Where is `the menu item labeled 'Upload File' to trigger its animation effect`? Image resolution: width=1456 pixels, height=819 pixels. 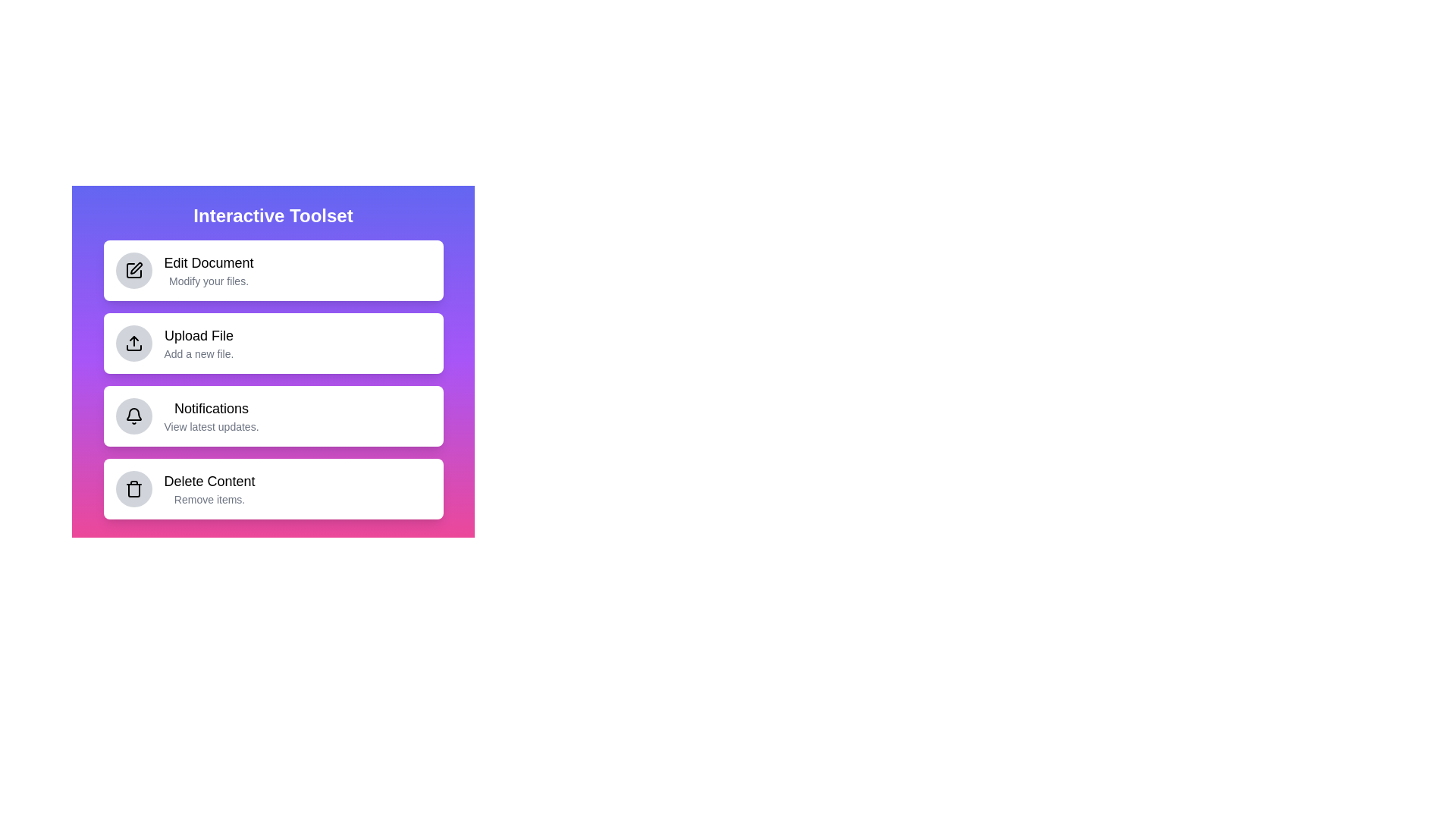 the menu item labeled 'Upload File' to trigger its animation effect is located at coordinates (273, 343).